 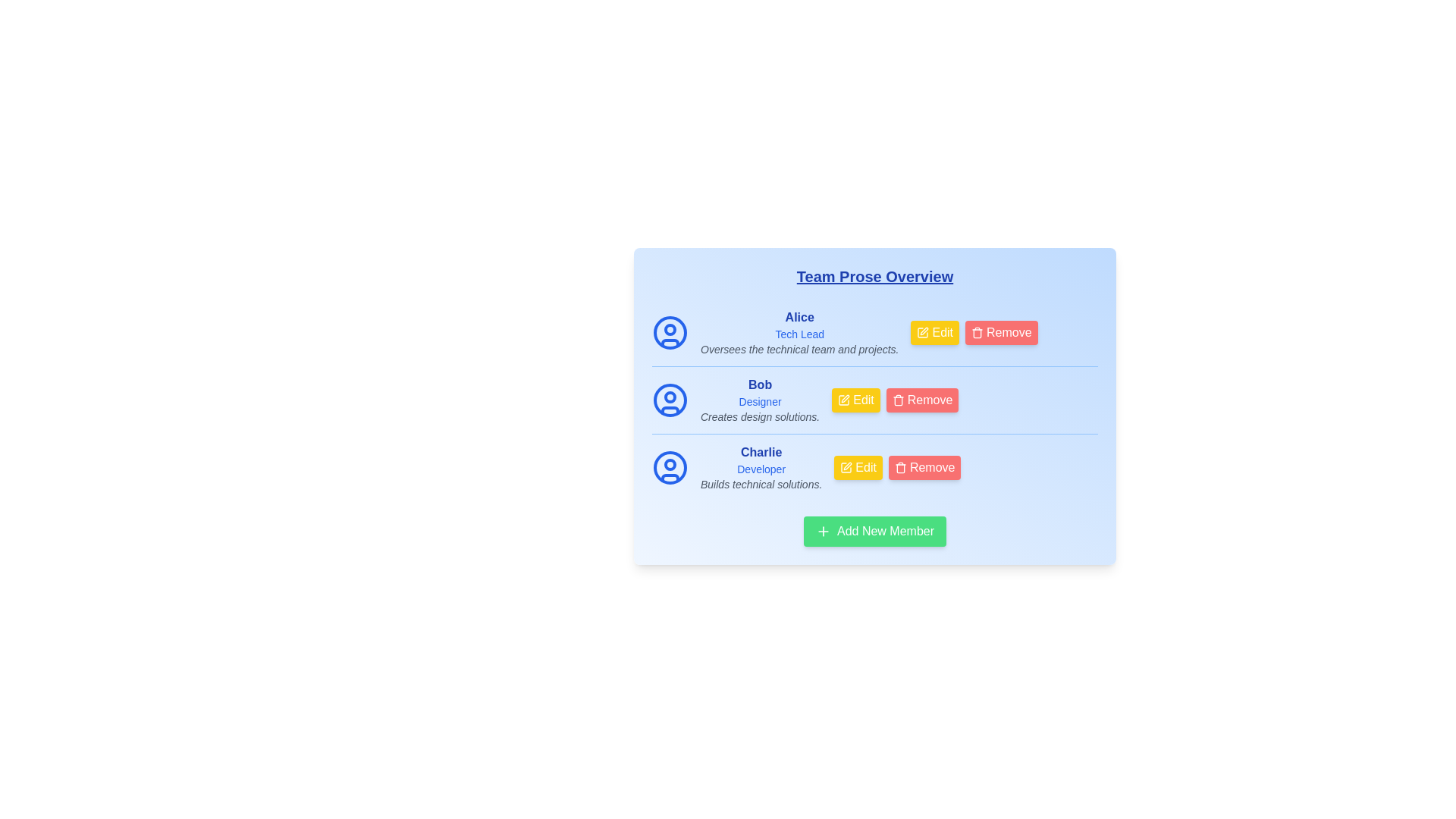 What do you see at coordinates (974, 332) in the screenshot?
I see `the 'Remove' button, which is a rectangular button with a red background and white text, located to the right of the 'Edit' button in the profile of 'Alice'` at bounding box center [974, 332].